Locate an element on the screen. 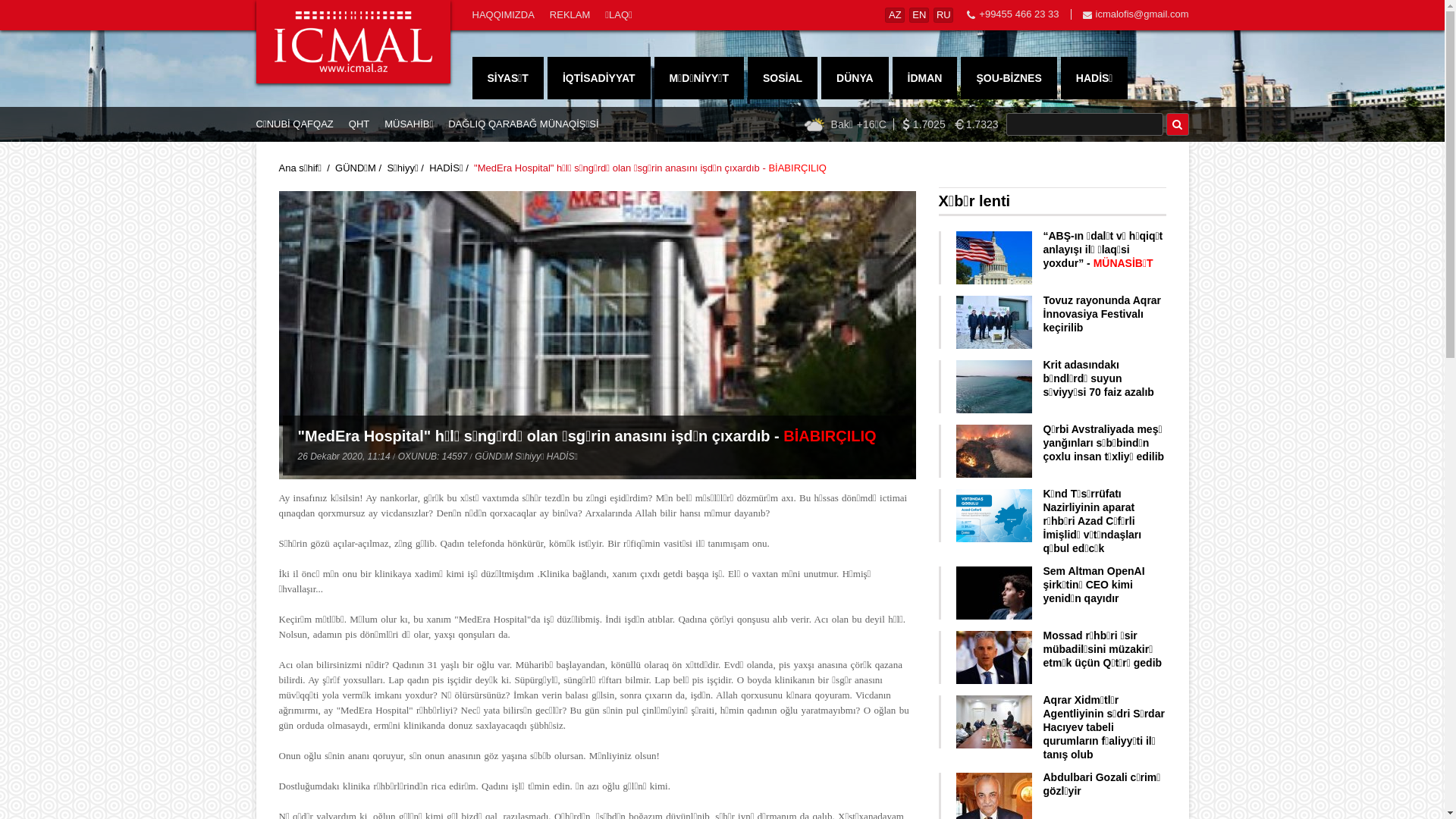  'RU' is located at coordinates (942, 14).